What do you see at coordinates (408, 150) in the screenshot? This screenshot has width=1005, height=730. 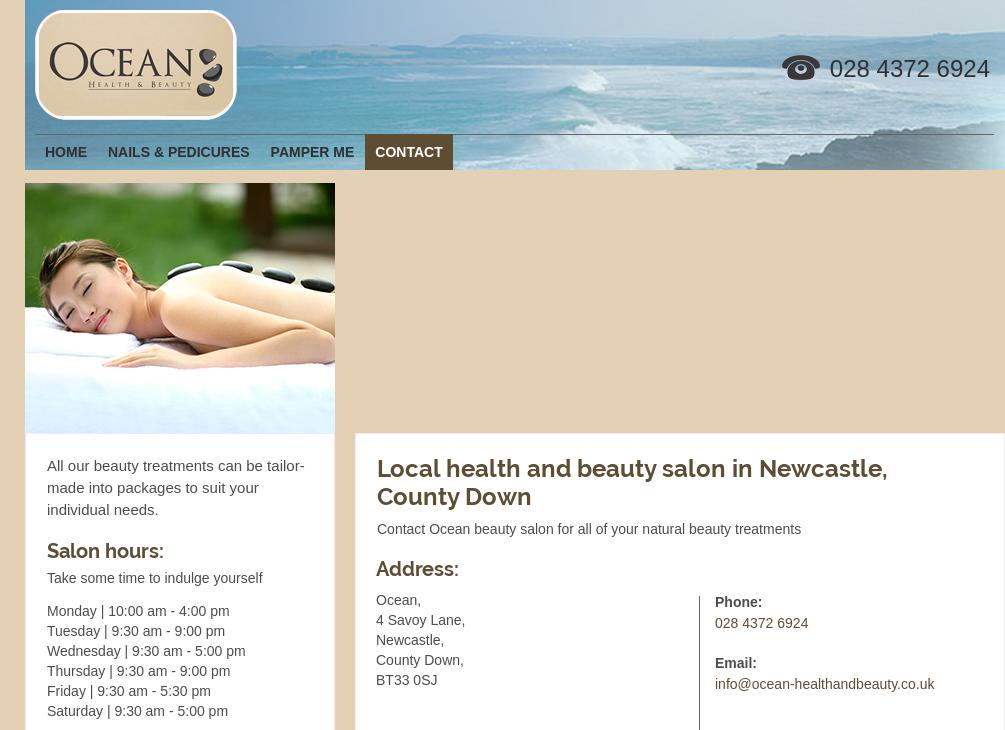 I see `'CONTACT'` at bounding box center [408, 150].